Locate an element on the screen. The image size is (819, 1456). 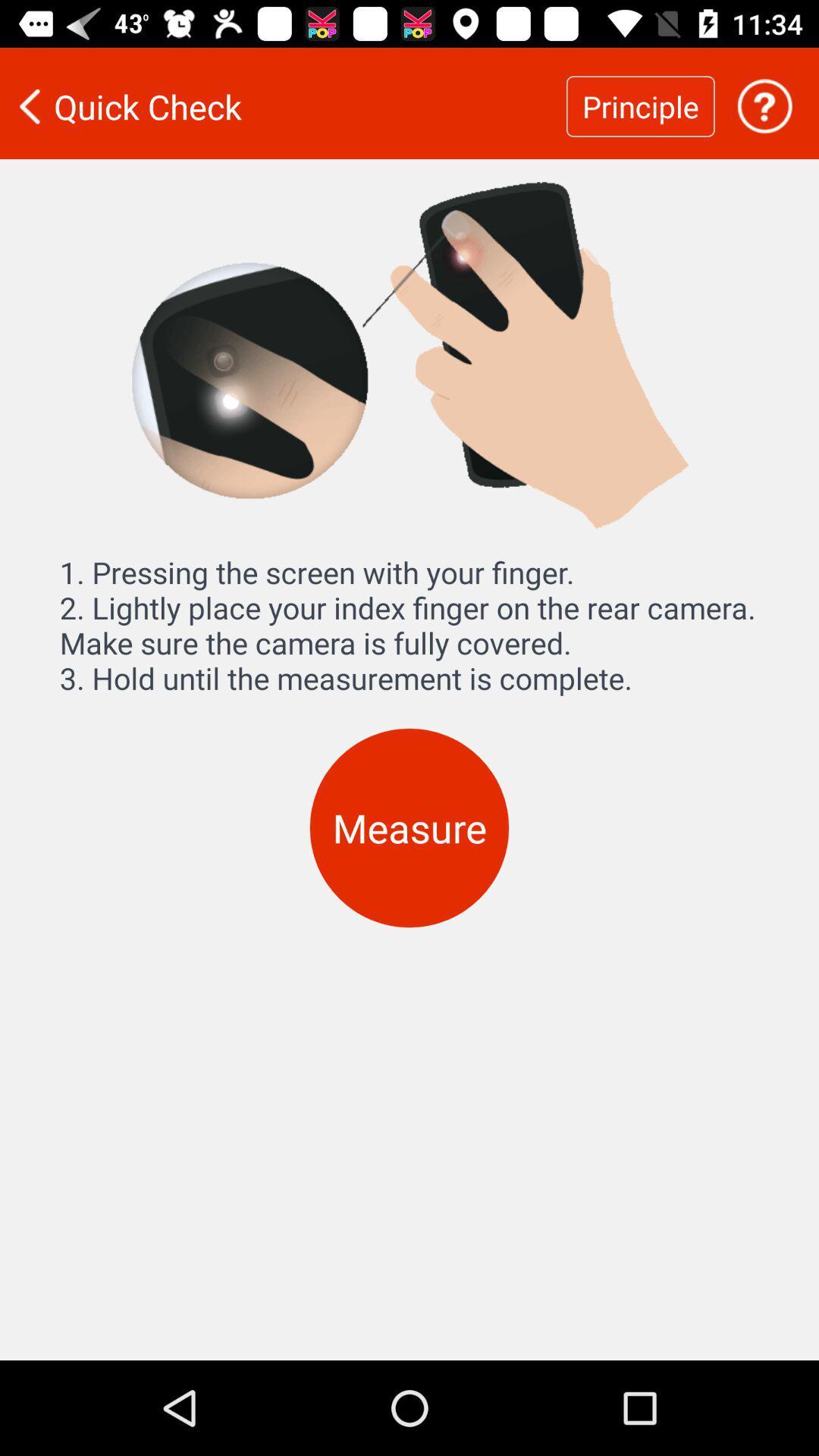
icon below the 1 pressing the item is located at coordinates (409, 827).